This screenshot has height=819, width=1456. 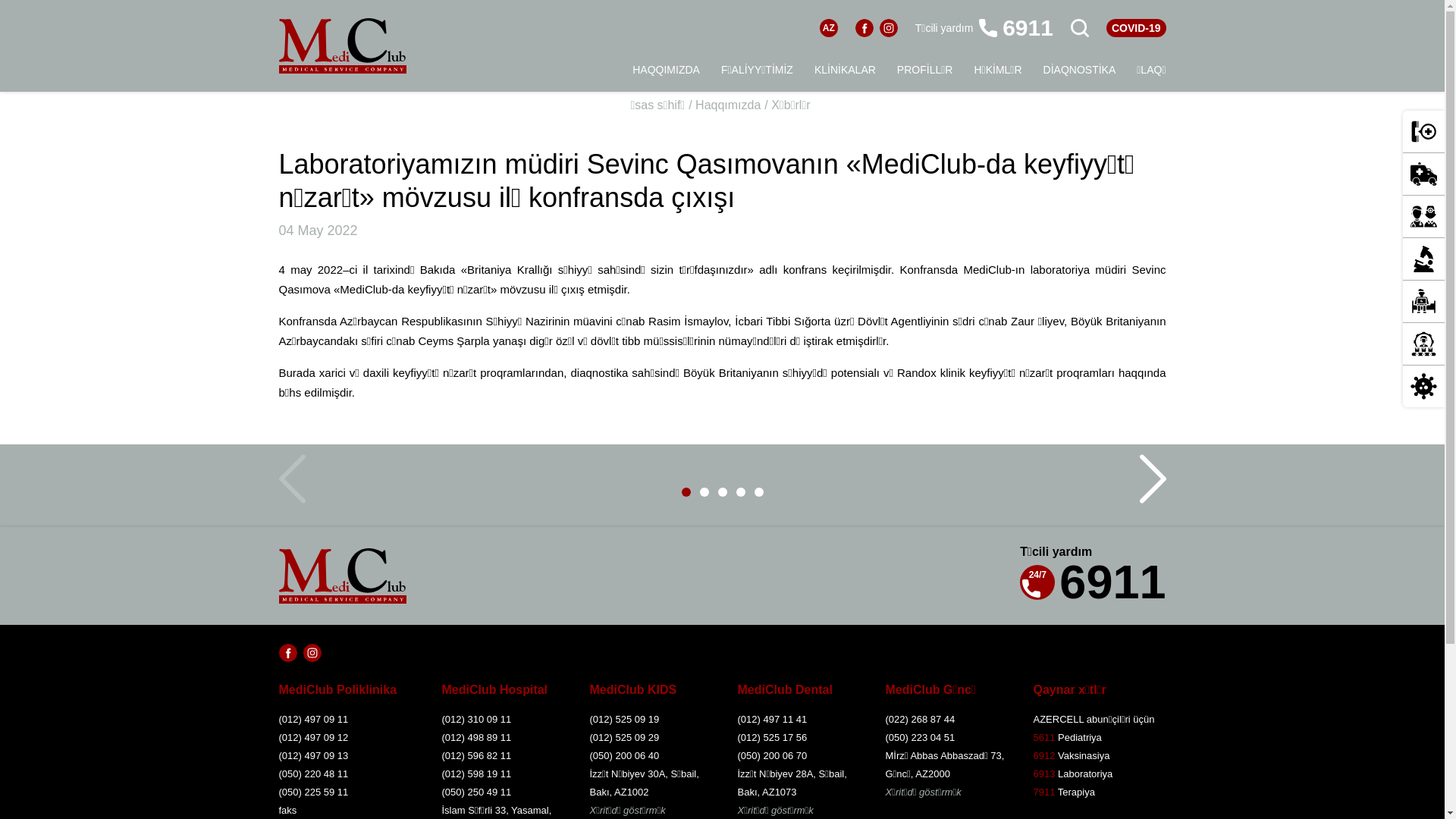 What do you see at coordinates (1043, 791) in the screenshot?
I see `'7911'` at bounding box center [1043, 791].